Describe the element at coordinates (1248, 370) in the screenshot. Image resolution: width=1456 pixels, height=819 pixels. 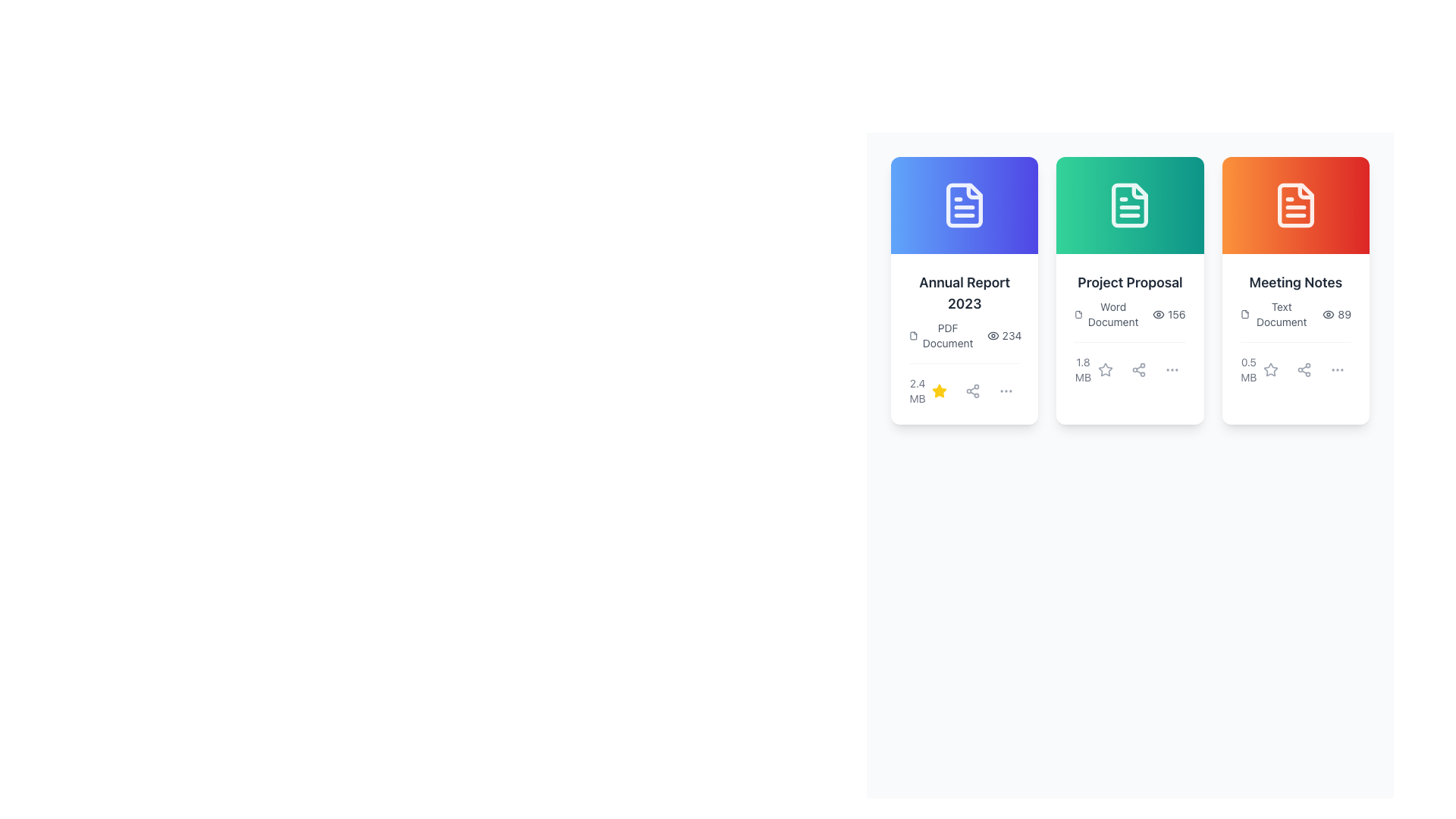
I see `the Label that displays the file size of the document in the card labeled 'Meeting Notes', located at the bottom-left corner below the descriptive text area` at that location.